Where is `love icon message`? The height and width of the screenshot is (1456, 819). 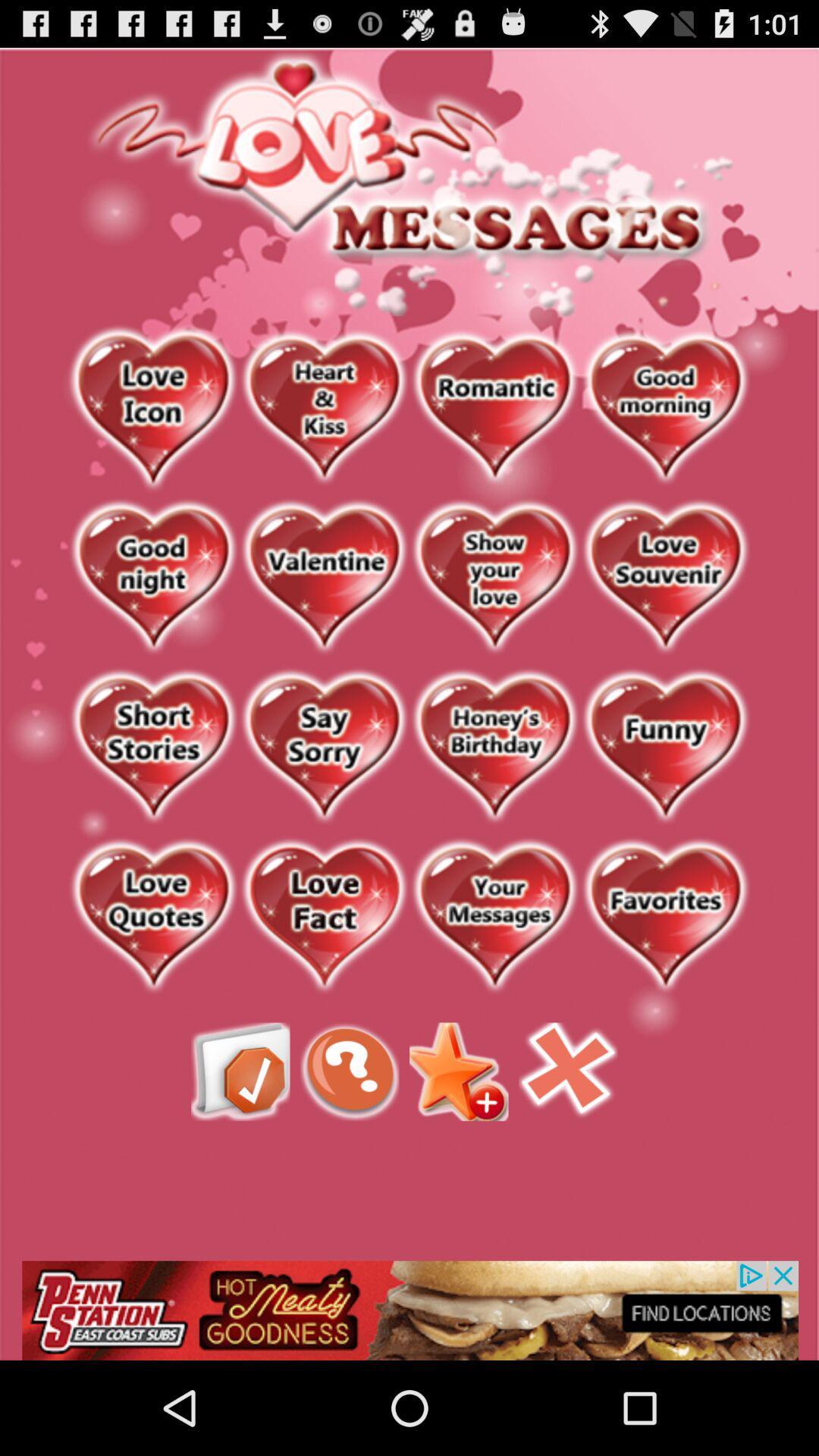
love icon message is located at coordinates (153, 409).